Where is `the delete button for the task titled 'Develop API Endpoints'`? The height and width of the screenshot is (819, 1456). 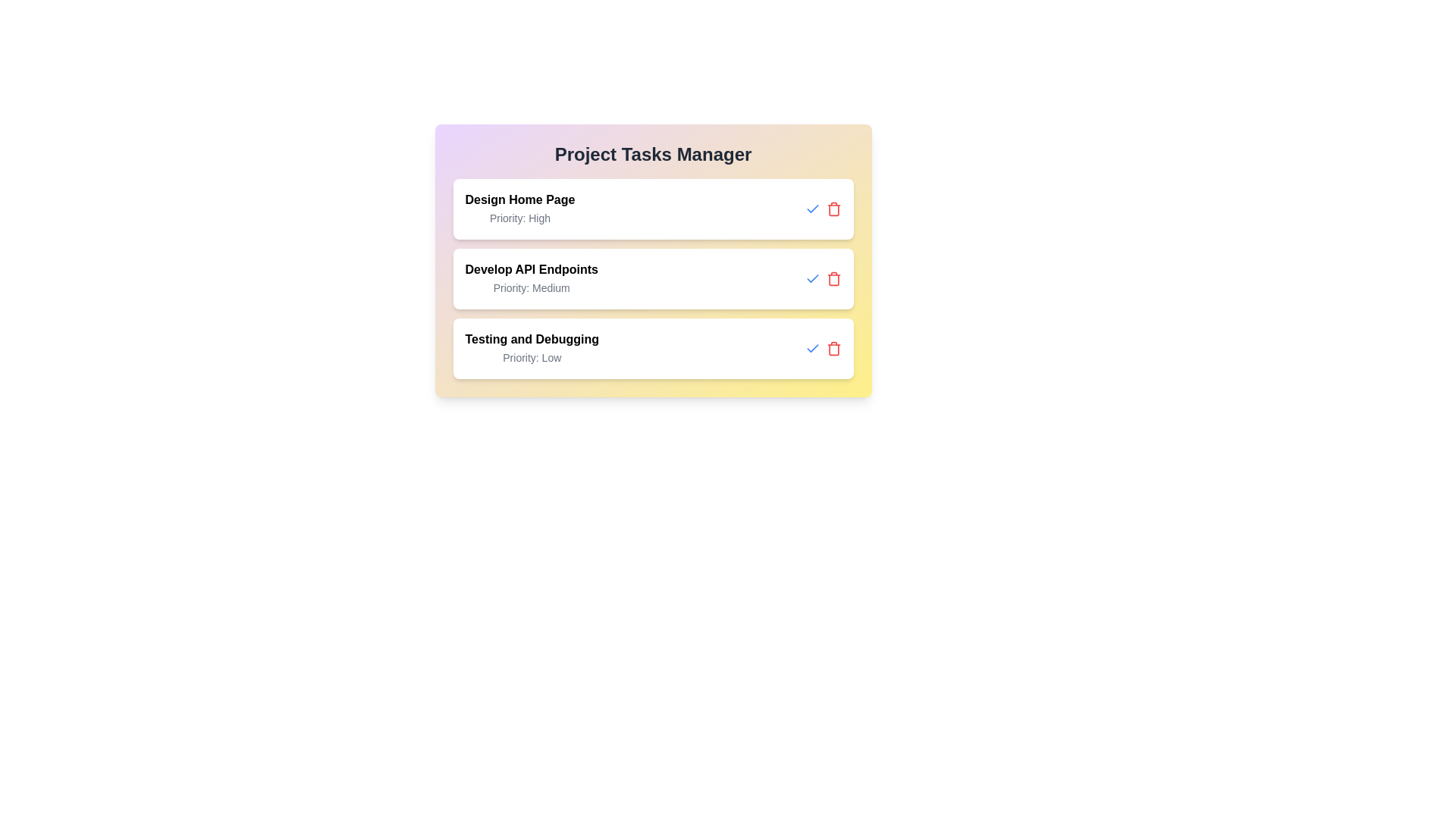 the delete button for the task titled 'Develop API Endpoints' is located at coordinates (833, 278).